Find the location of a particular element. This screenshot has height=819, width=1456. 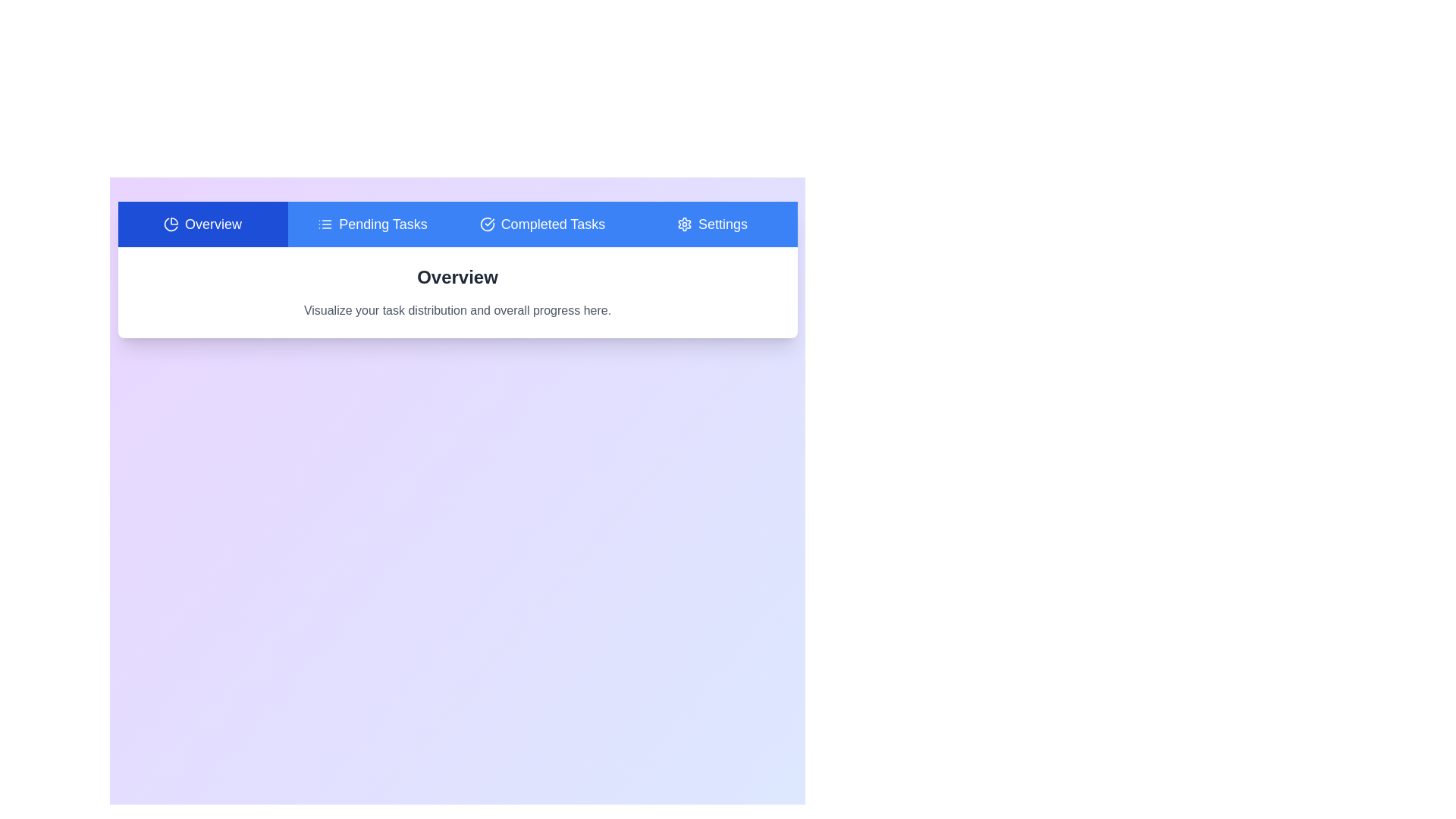

the tab labeled Settings to observe its hover effect is located at coordinates (711, 224).